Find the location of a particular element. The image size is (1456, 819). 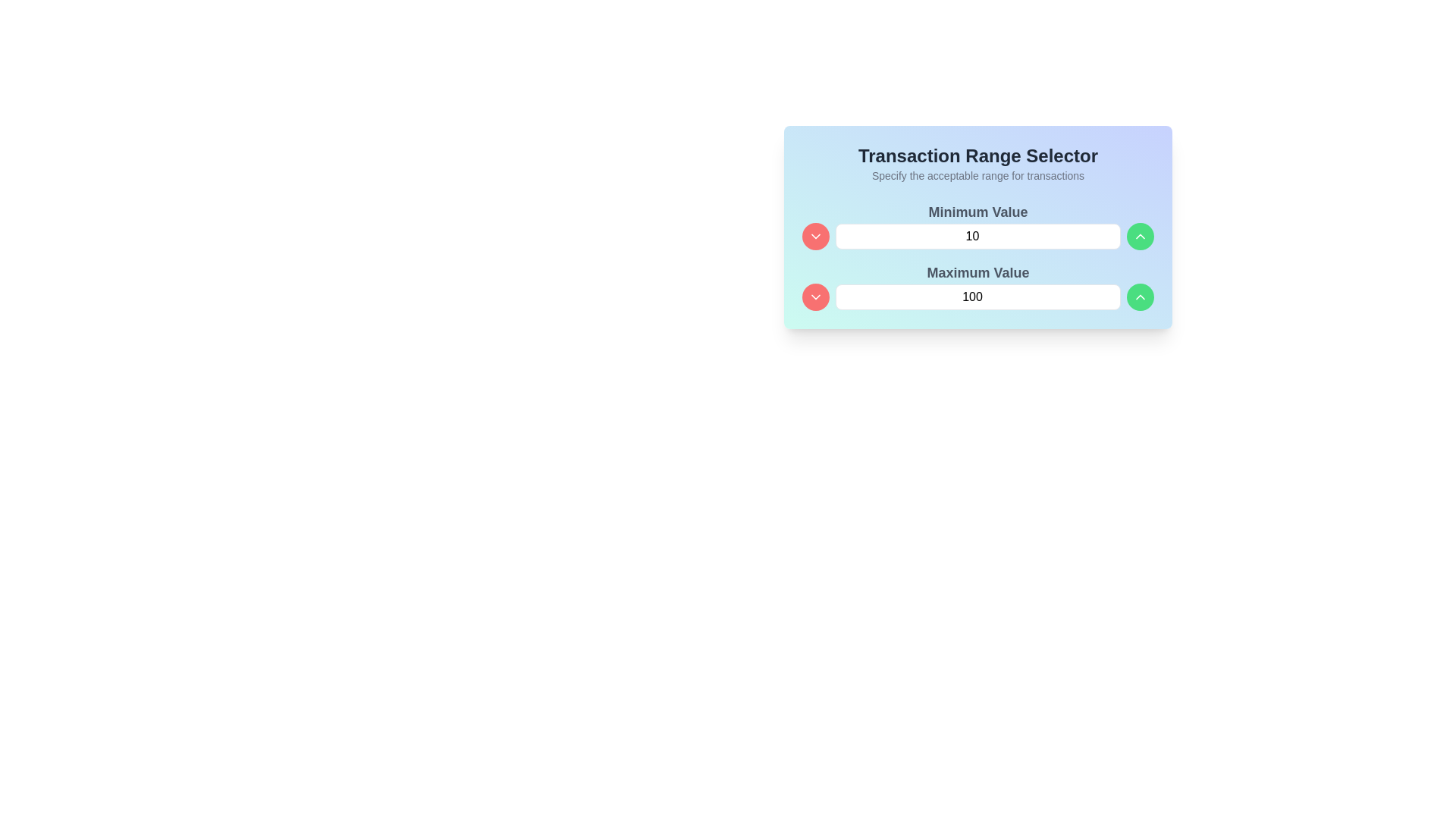

the chevron-down icon, which is a downward-pointing arrow on a circular red background, located at the bottom-left corner of the card interface associated with the 'Maximum Value' field is located at coordinates (814, 237).